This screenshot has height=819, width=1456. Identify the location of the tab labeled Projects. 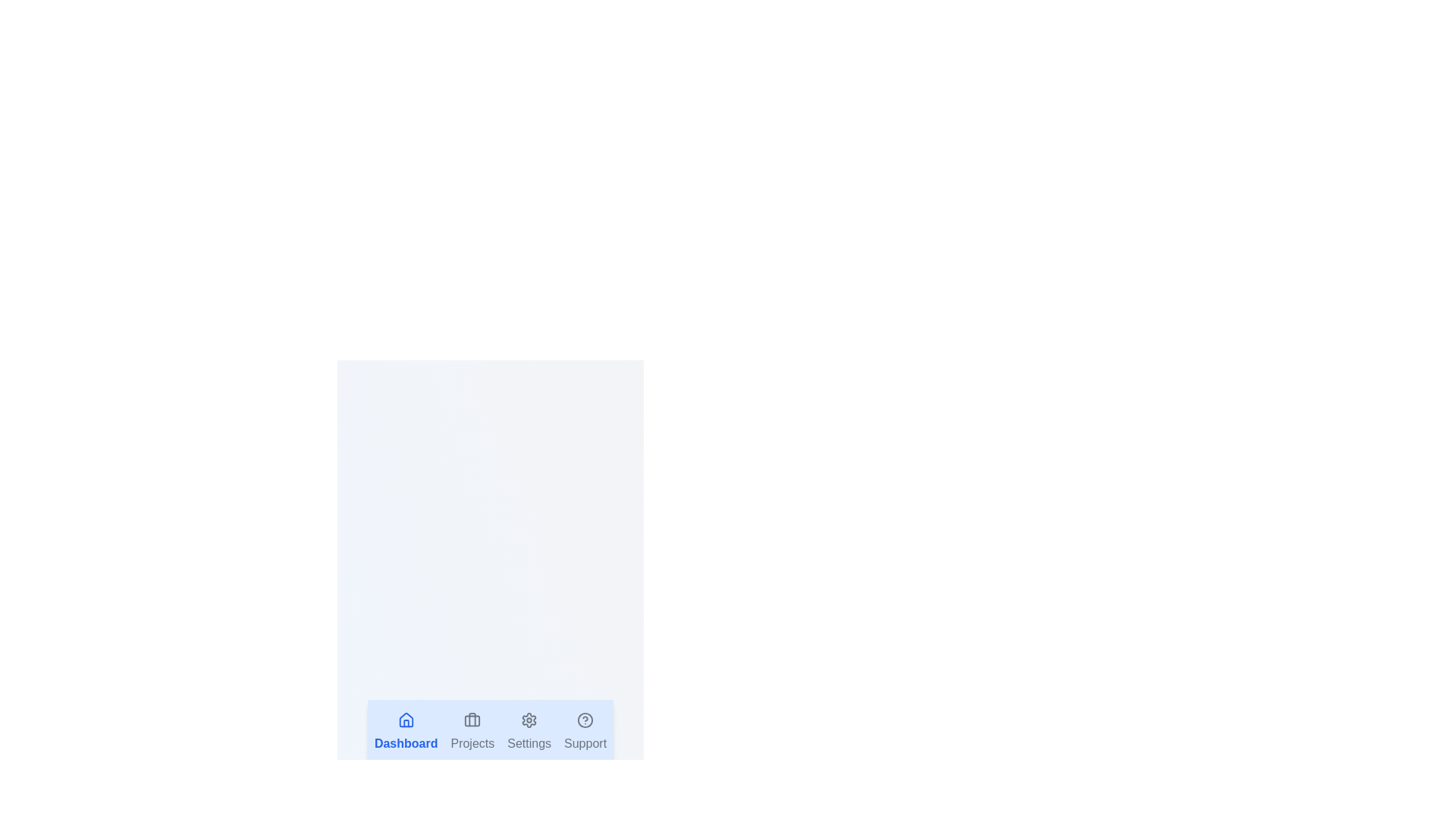
(472, 731).